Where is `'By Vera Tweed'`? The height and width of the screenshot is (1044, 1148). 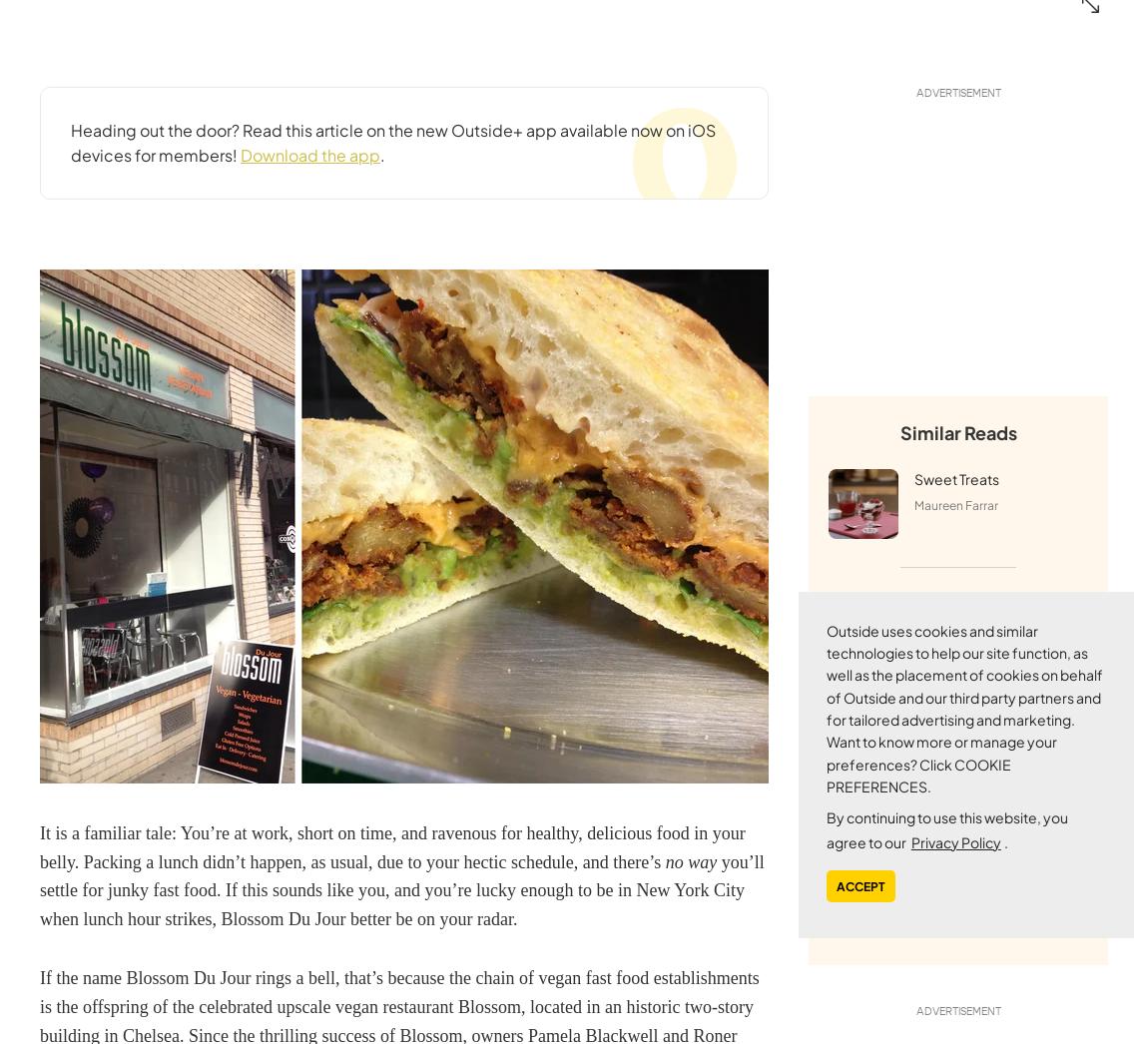
'By Vera Tweed' is located at coordinates (954, 919).